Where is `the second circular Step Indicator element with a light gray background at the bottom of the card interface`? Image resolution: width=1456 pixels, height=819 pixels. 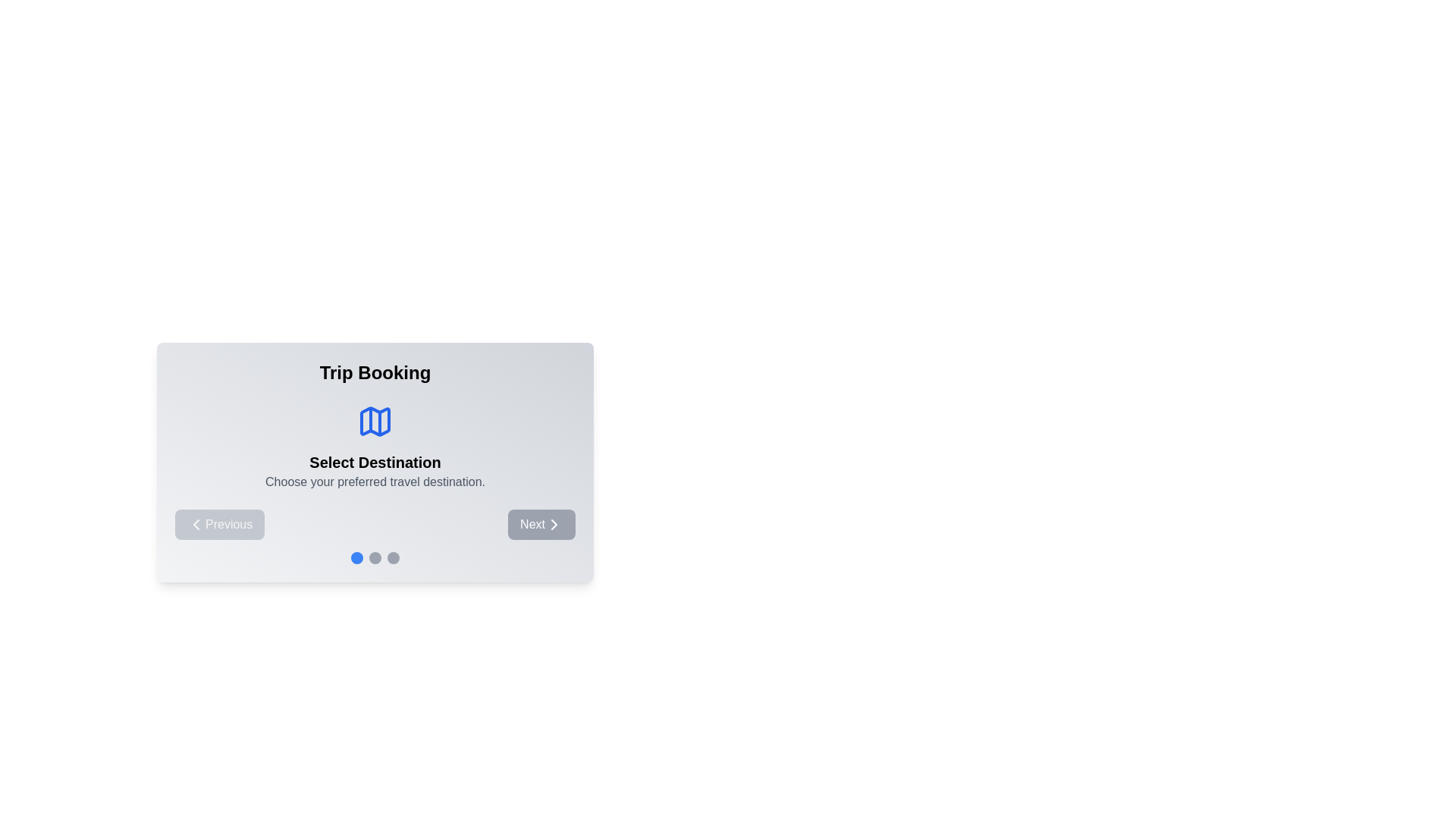 the second circular Step Indicator element with a light gray background at the bottom of the card interface is located at coordinates (375, 558).